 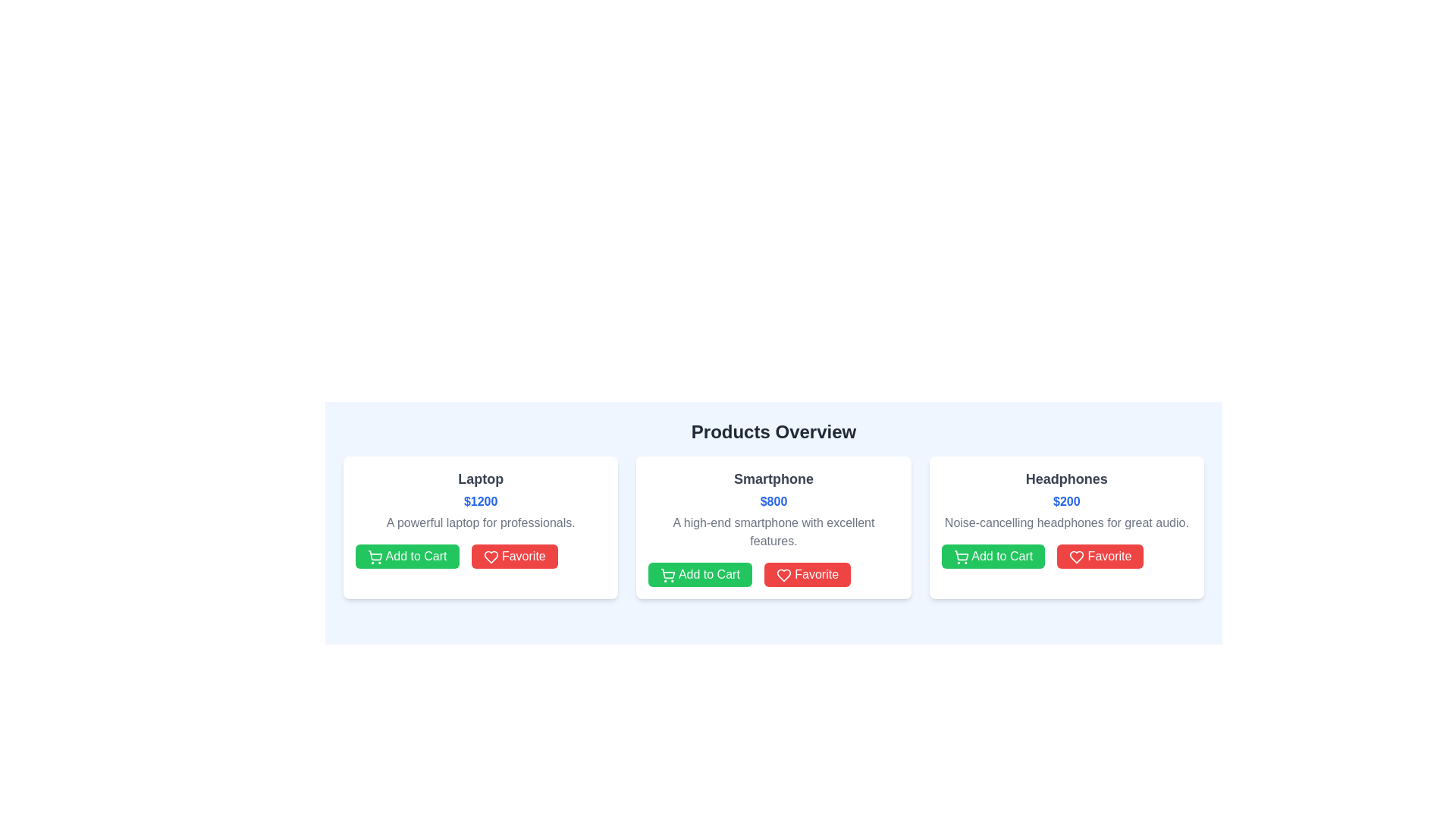 What do you see at coordinates (1076, 557) in the screenshot?
I see `the heart-shaped icon within the 'Favorite' button located at the bottom of the 'Headphones' product card` at bounding box center [1076, 557].